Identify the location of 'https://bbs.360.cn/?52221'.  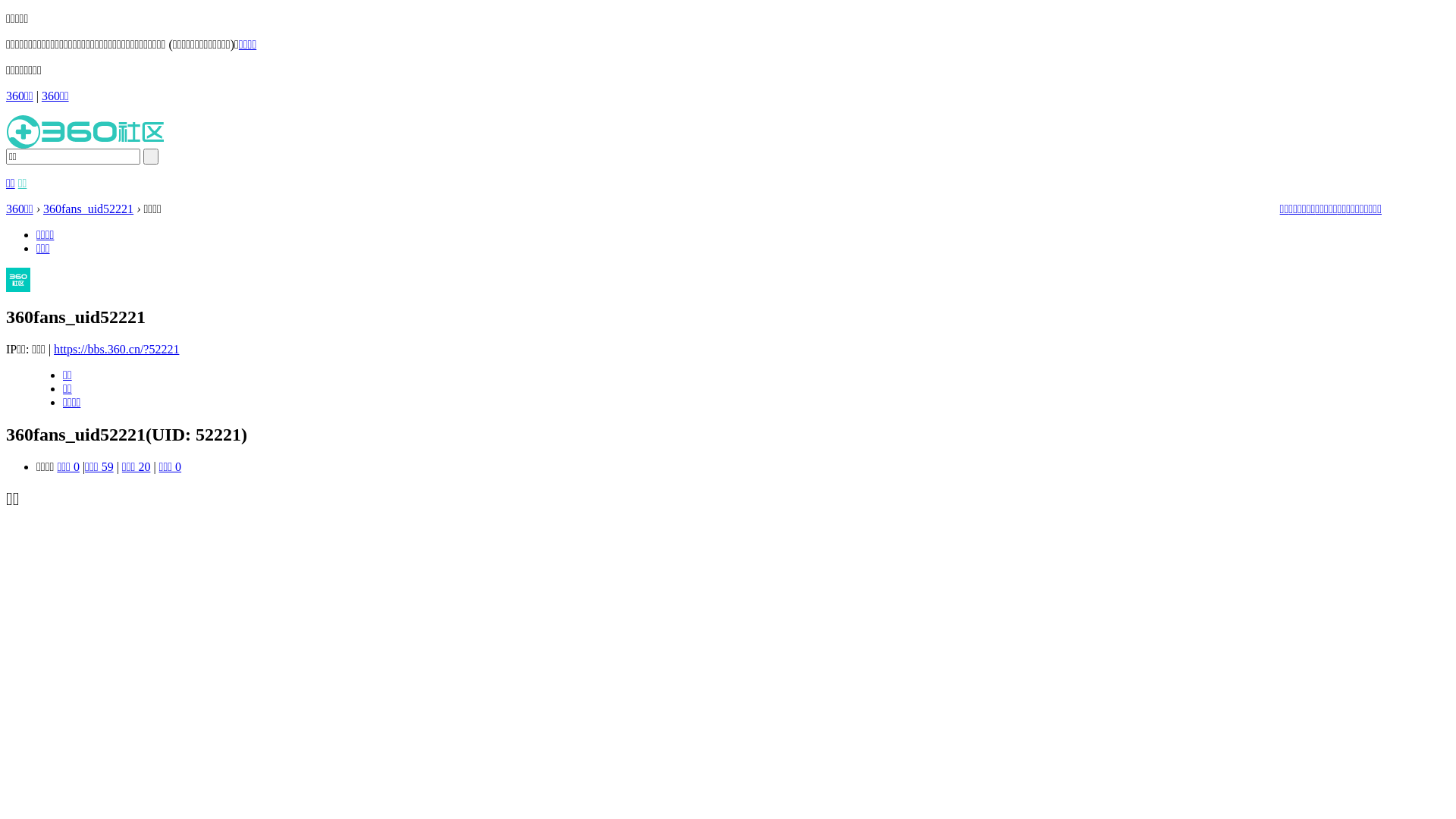
(115, 349).